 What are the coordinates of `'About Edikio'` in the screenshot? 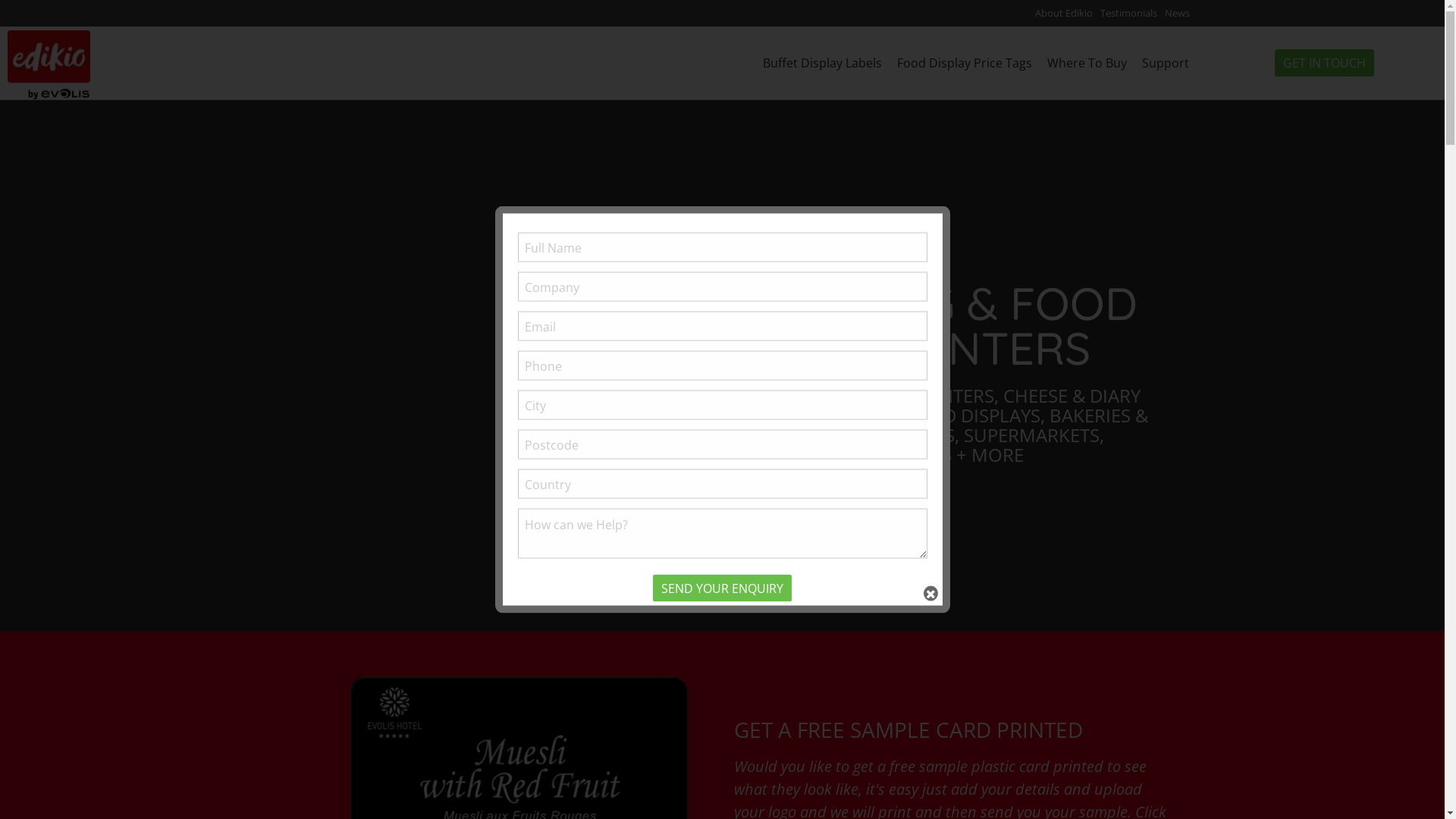 It's located at (1062, 13).